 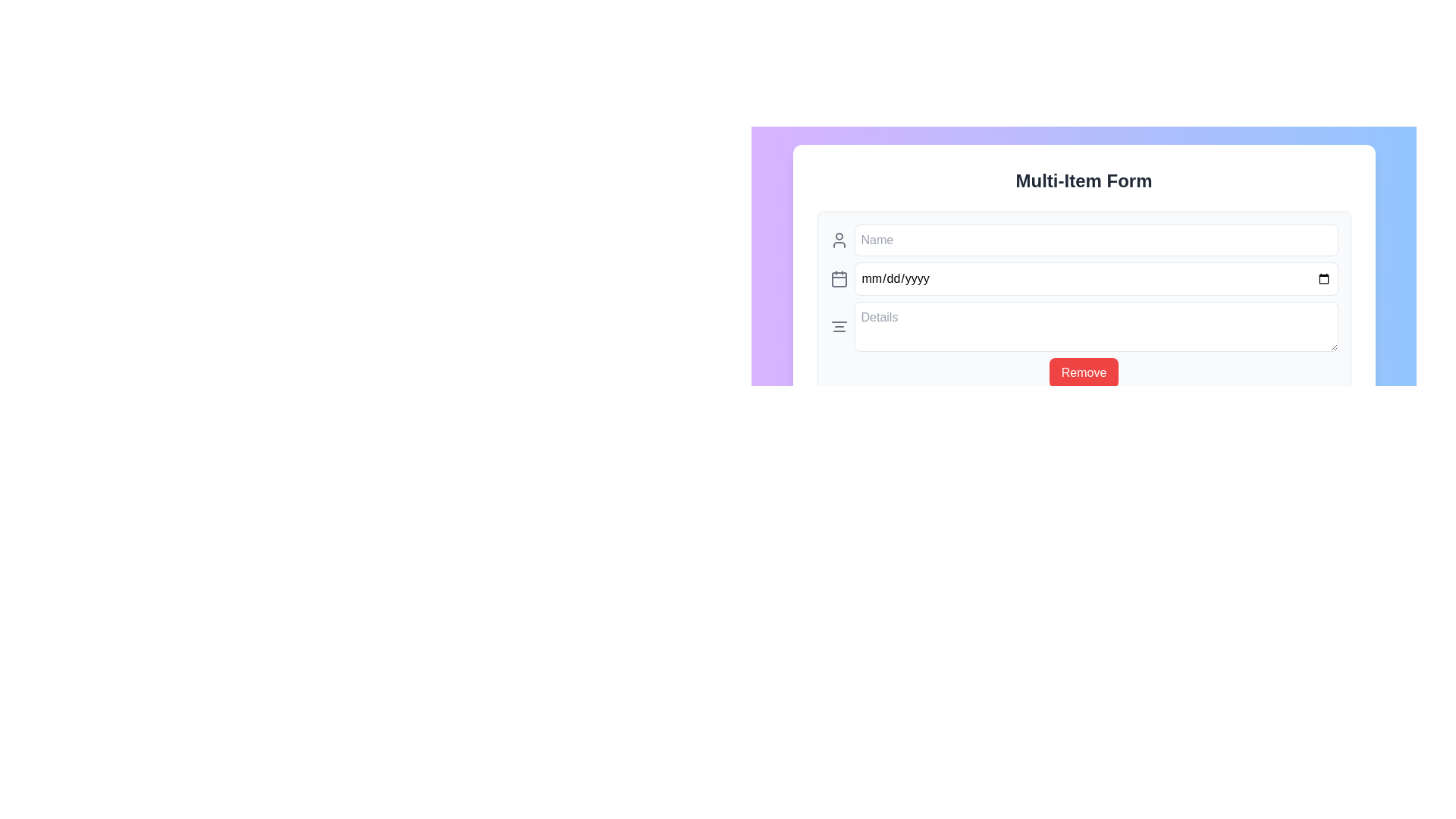 I want to click on the icon with three horizontal lines that resembles a 'center align' symbol, so click(x=838, y=326).